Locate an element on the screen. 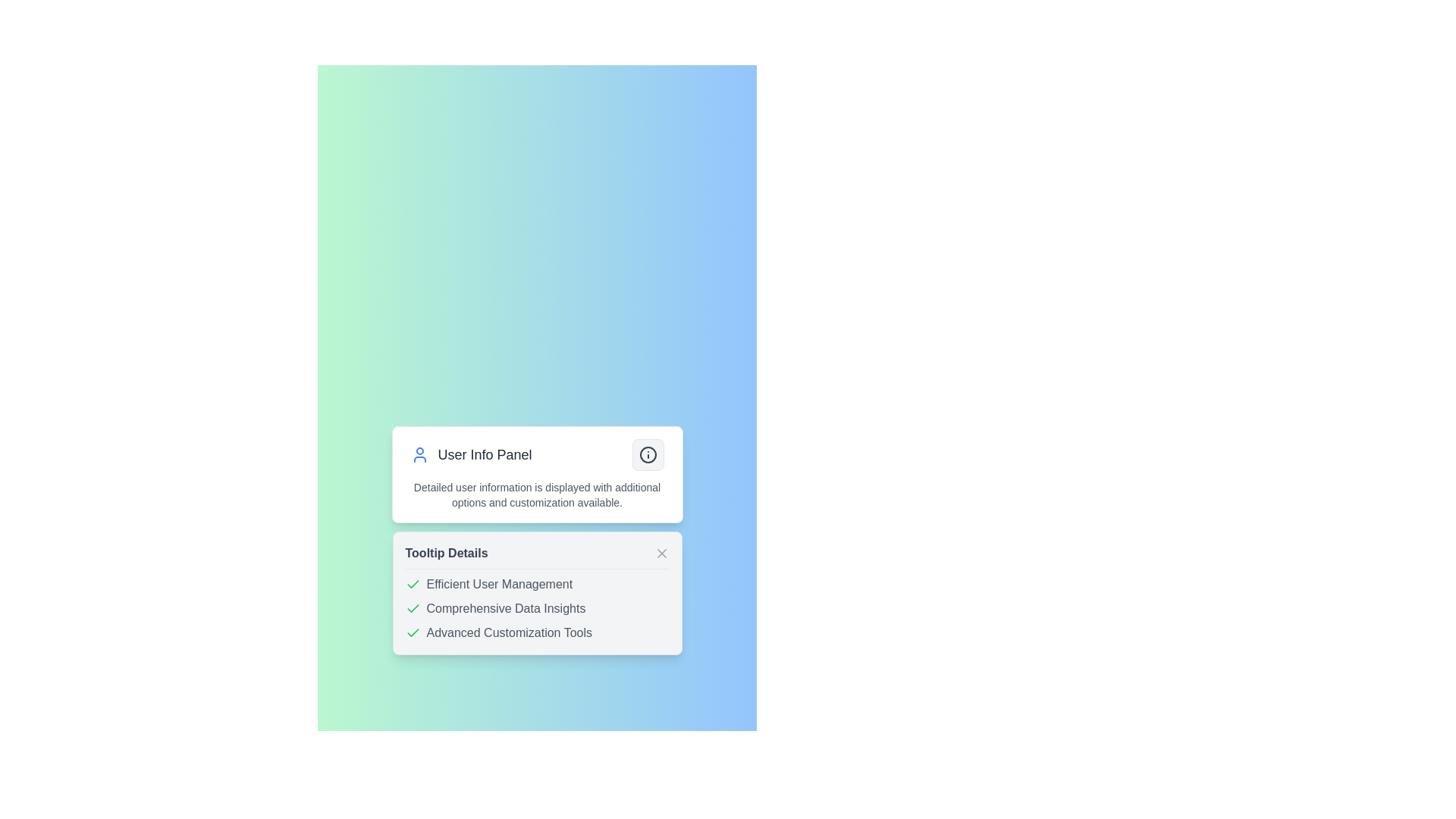 This screenshot has width=1456, height=819. the text label displaying 'User Info Panel', which is styled in dark gray and positioned prominently to the right of the user icon is located at coordinates (484, 454).